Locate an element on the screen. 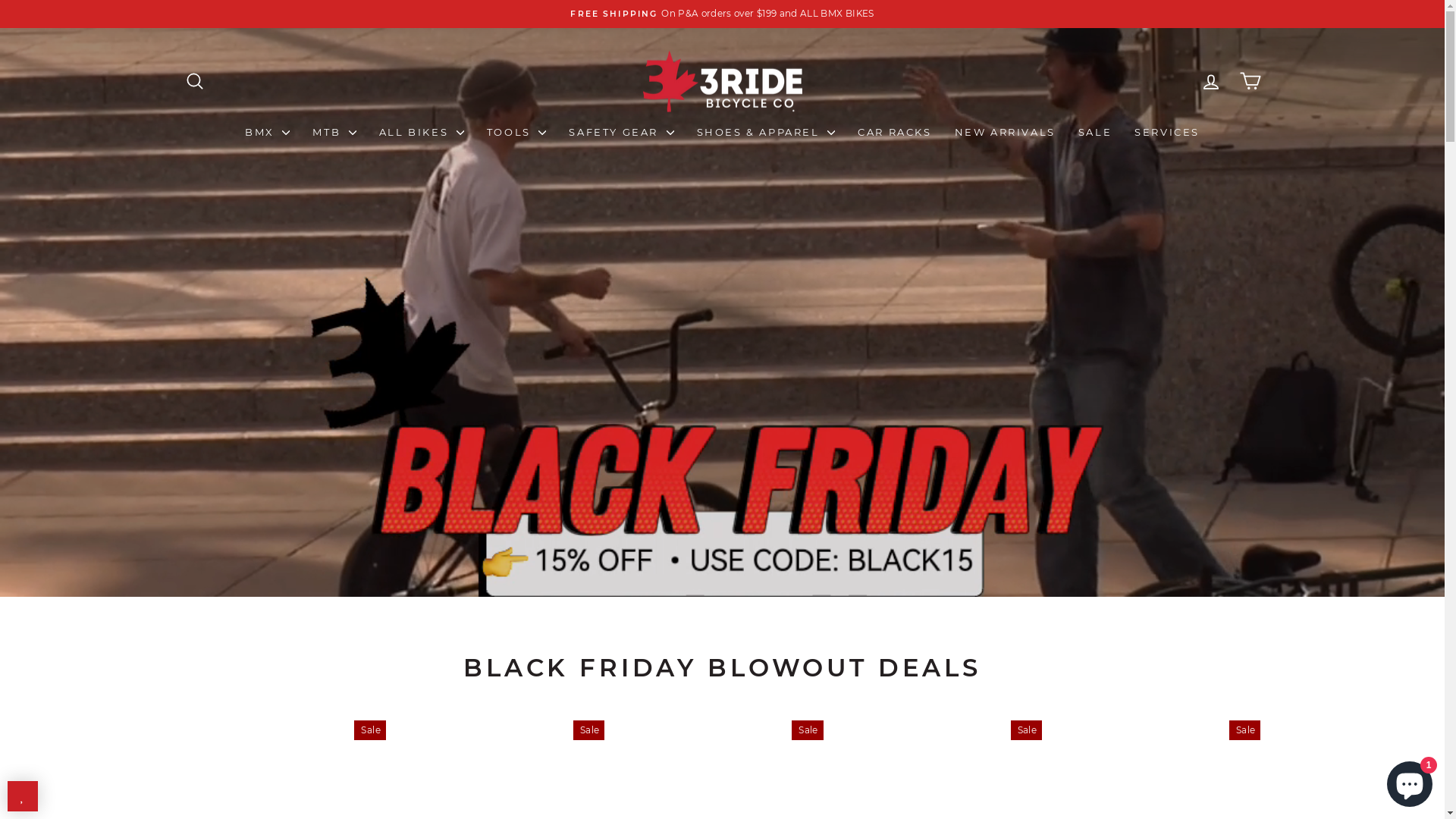 The width and height of the screenshot is (1456, 819). 'NEW ARRIVALS' is located at coordinates (1005, 130).